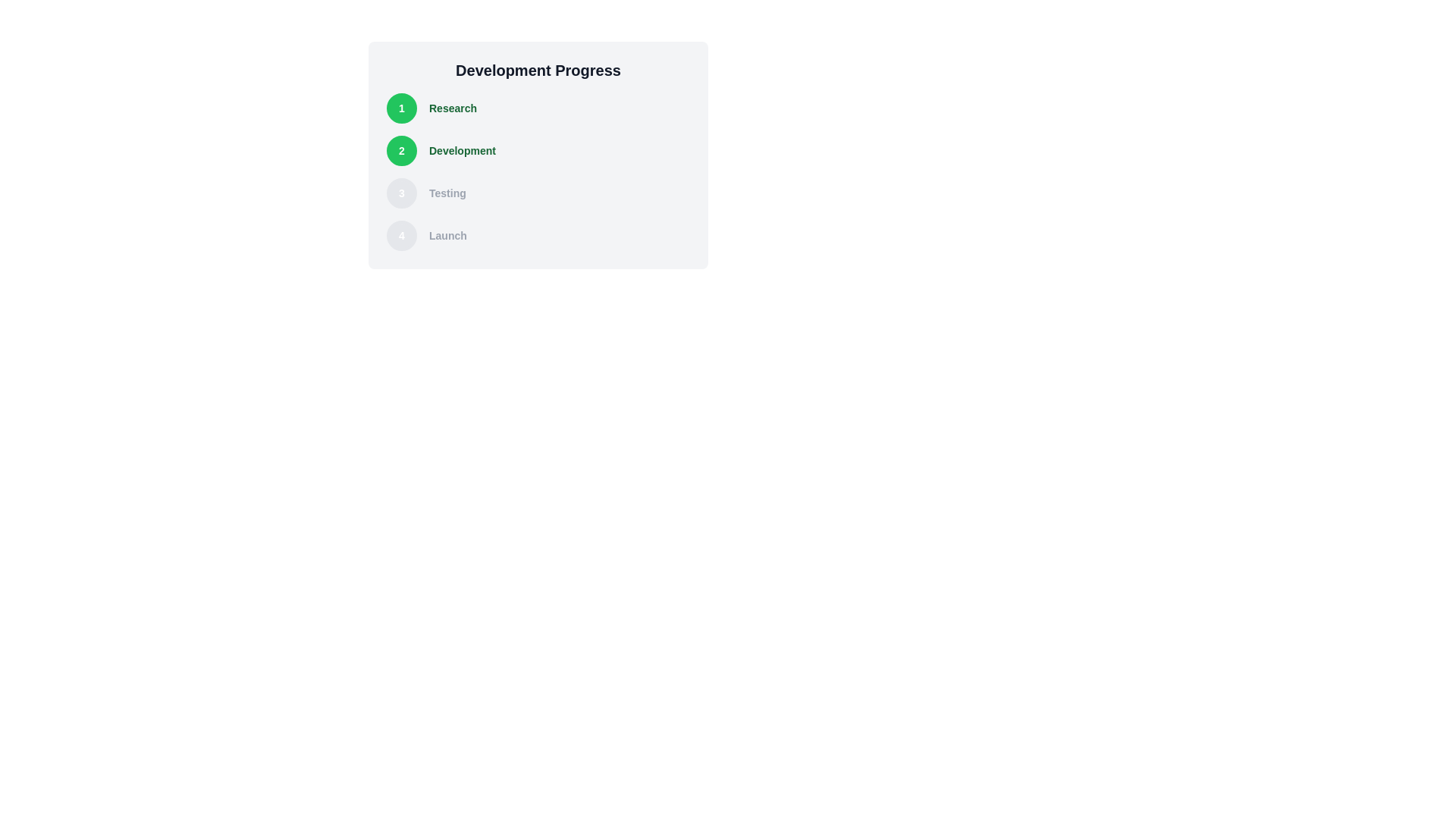 The width and height of the screenshot is (1456, 819). Describe the element at coordinates (538, 151) in the screenshot. I see `the progress step indicator displaying the number '2' with the label 'Development' for its current status in the sequential process` at that location.